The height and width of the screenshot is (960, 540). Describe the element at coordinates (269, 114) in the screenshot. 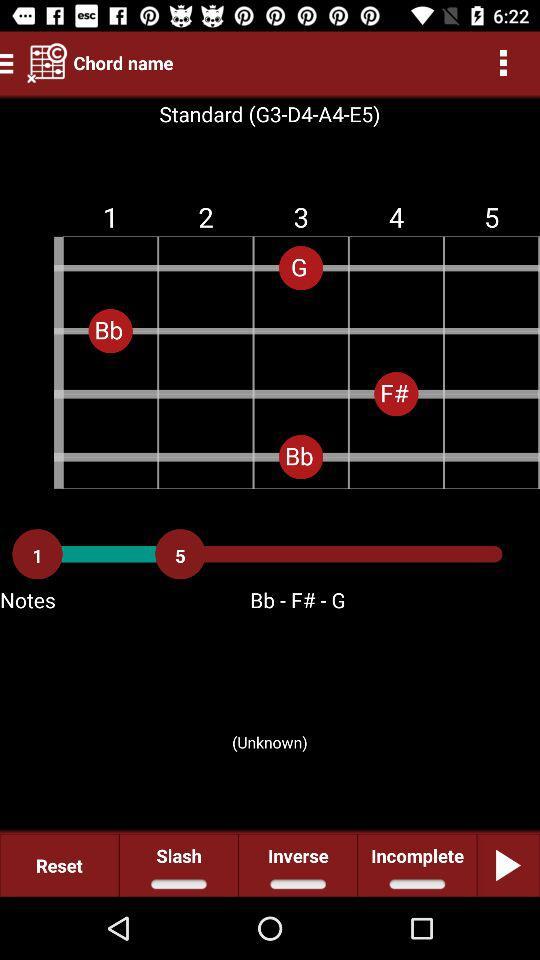

I see `standard g3 d4 icon` at that location.